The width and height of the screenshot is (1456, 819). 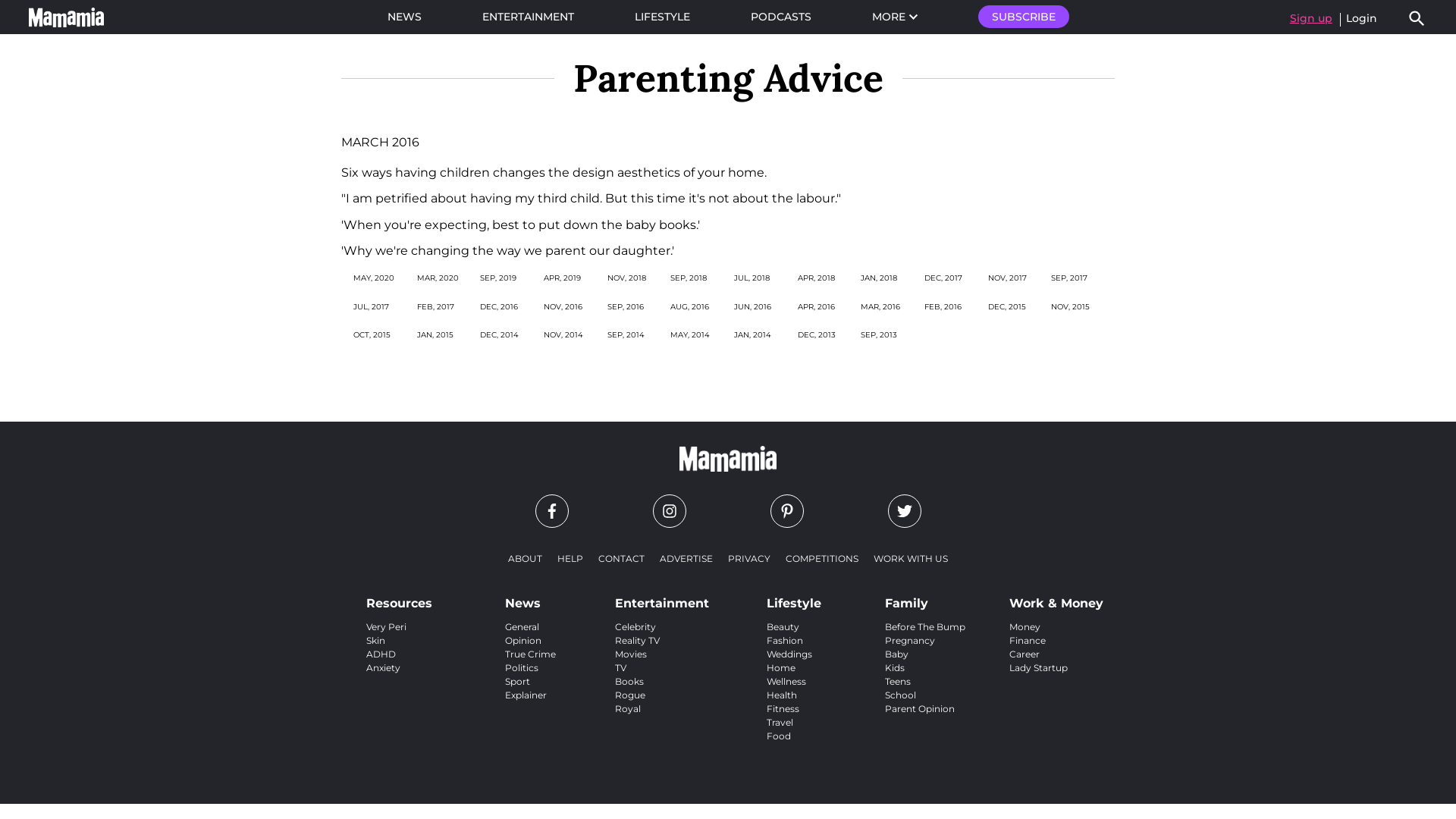 I want to click on 'Finance', so click(x=1027, y=640).